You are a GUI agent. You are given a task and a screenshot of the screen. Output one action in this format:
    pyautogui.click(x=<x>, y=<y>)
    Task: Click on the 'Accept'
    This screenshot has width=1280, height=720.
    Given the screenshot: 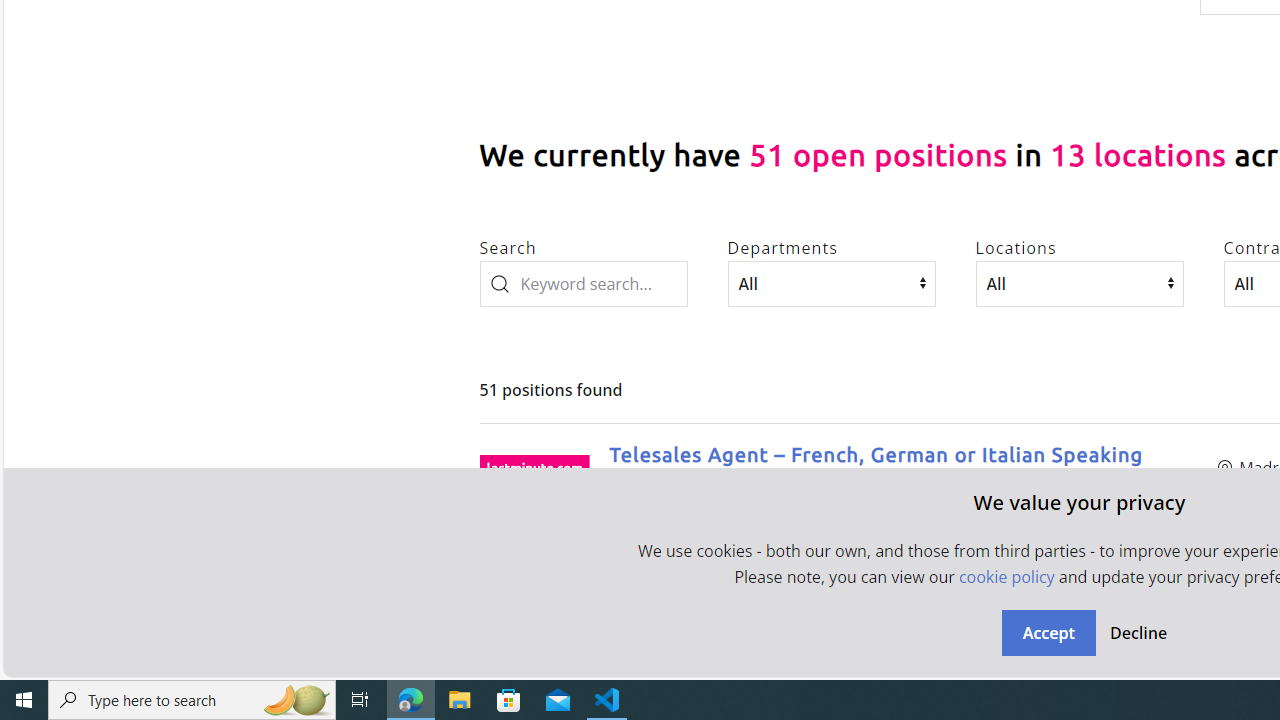 What is the action you would take?
    pyautogui.click(x=1047, y=632)
    